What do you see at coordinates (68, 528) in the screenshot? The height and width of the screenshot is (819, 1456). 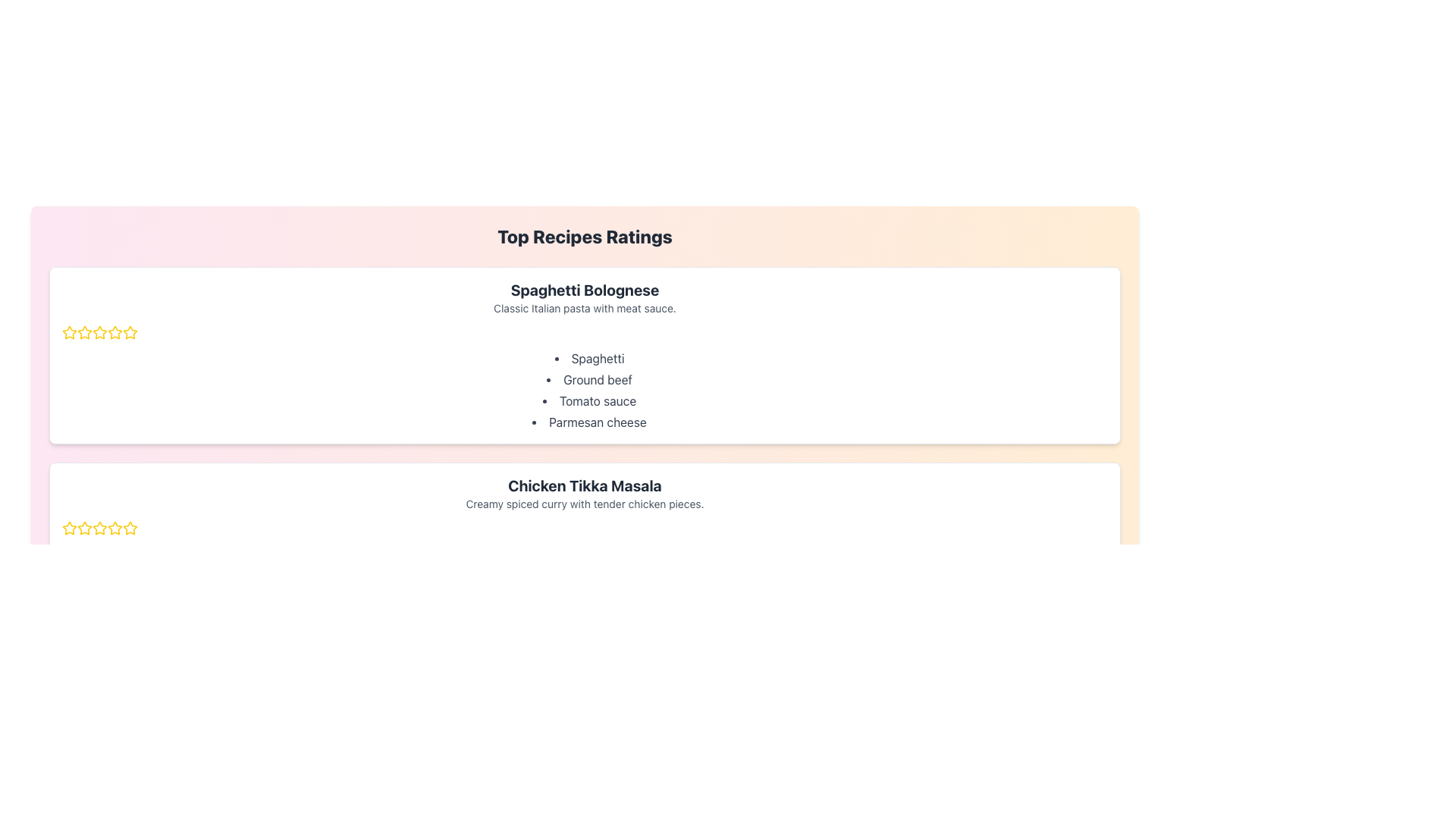 I see `the first star rating icon for 'Chicken Tikka Masala' to choose the initial level of rating` at bounding box center [68, 528].